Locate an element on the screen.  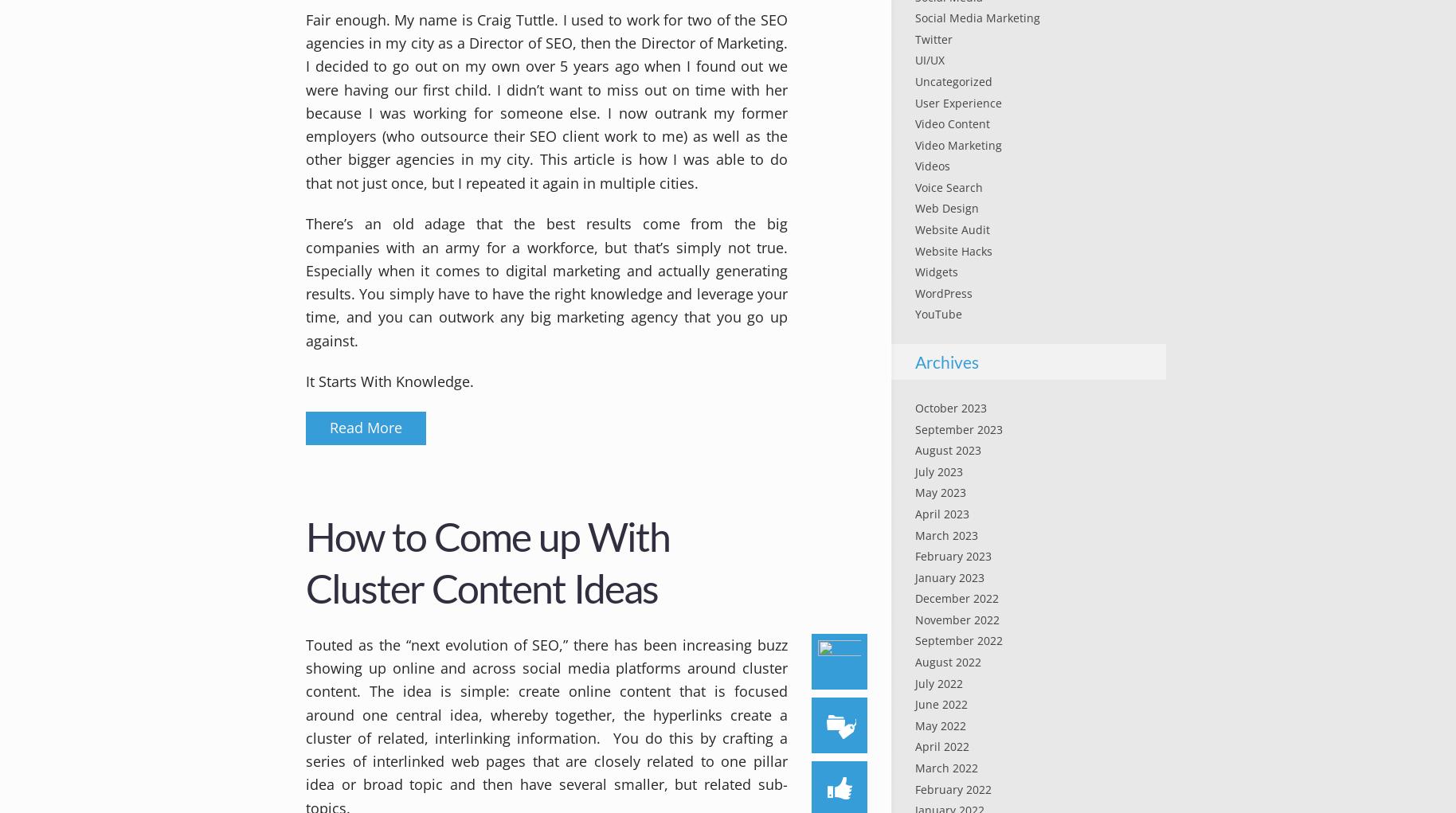
'February 2022' is located at coordinates (952, 788).